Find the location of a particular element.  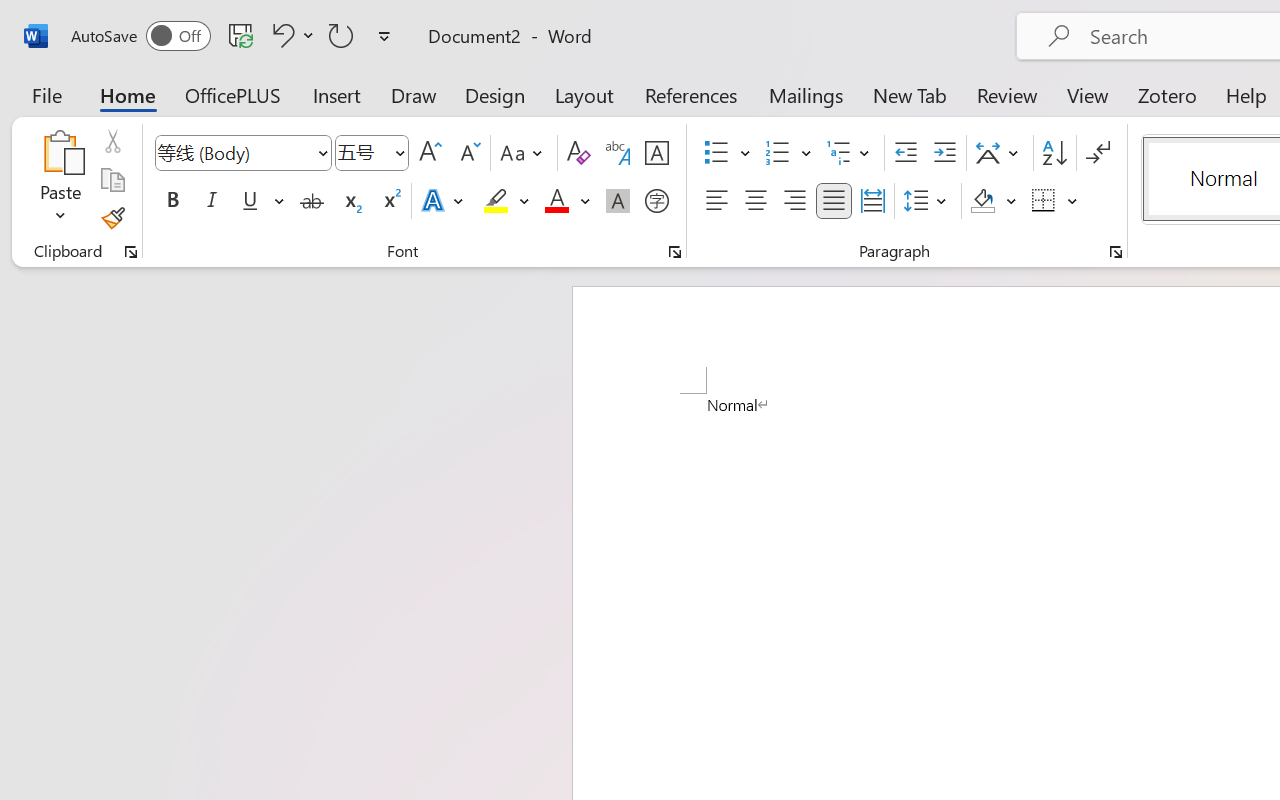

'Subscript' is located at coordinates (350, 201).